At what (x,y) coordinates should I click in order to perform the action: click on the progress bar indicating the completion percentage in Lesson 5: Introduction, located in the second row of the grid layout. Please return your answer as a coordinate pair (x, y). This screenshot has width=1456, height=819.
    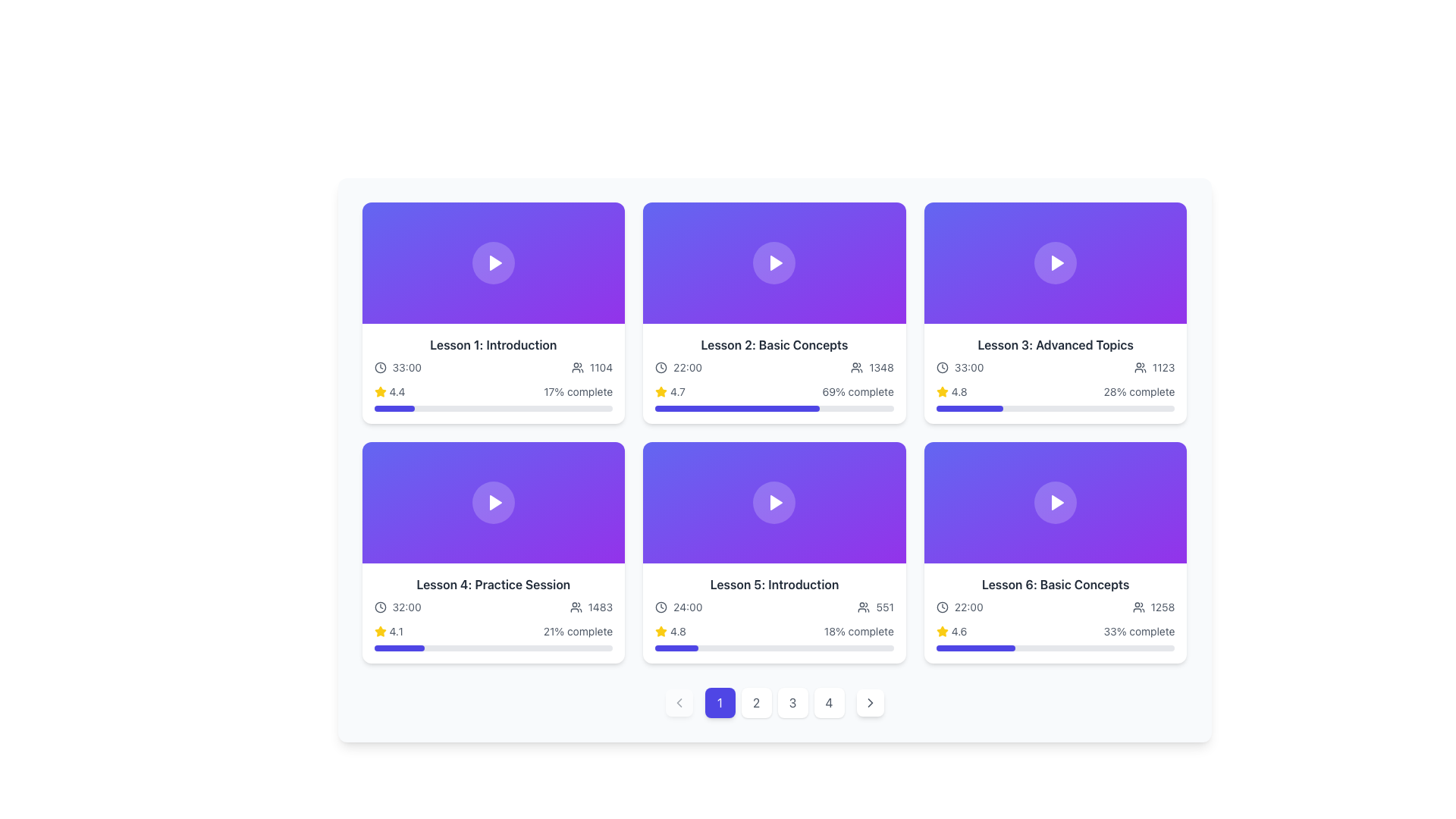
    Looking at the image, I should click on (774, 648).